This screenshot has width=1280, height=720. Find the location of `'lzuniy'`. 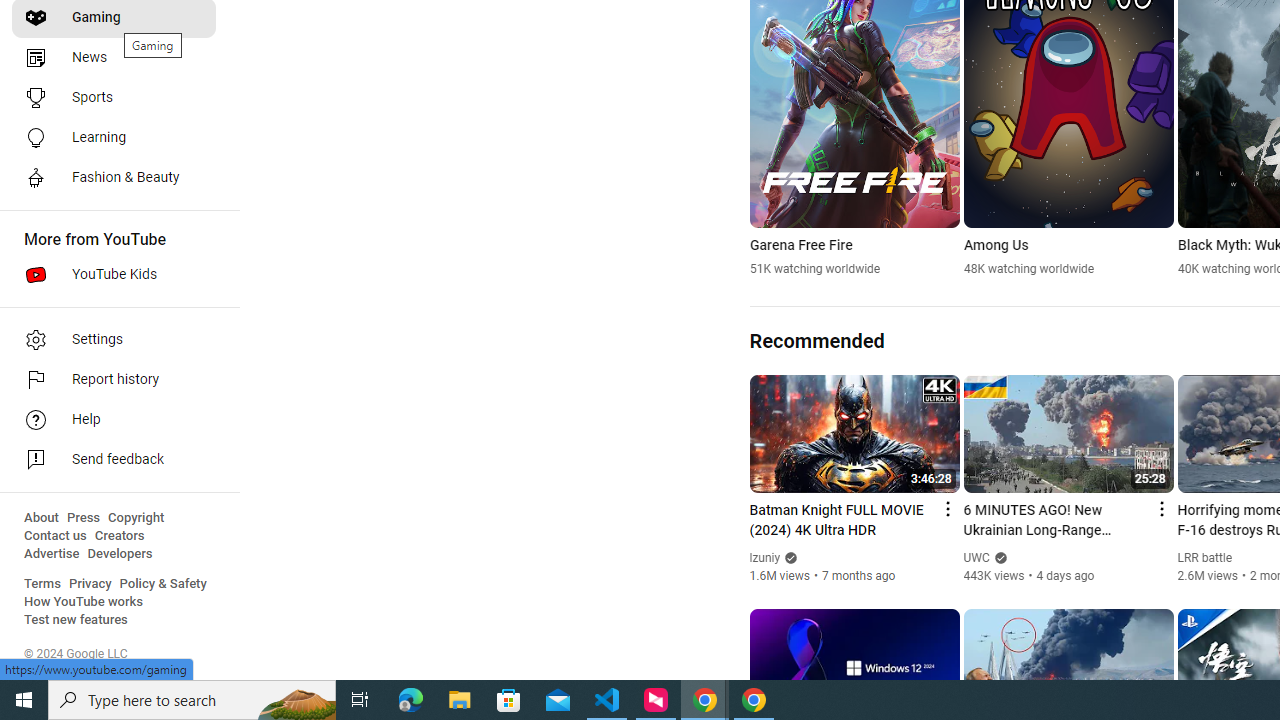

'lzuniy' is located at coordinates (764, 558).